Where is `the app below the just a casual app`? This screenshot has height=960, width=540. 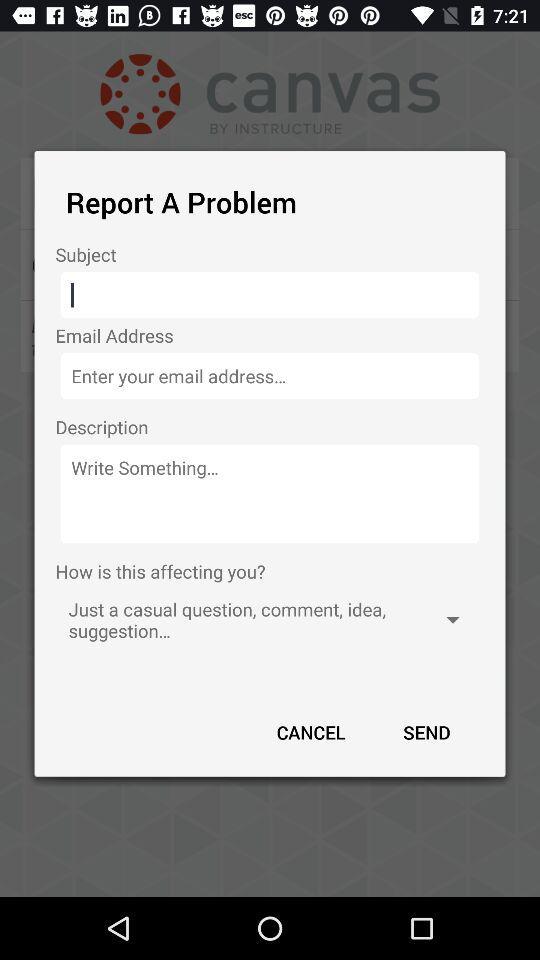
the app below the just a casual app is located at coordinates (311, 731).